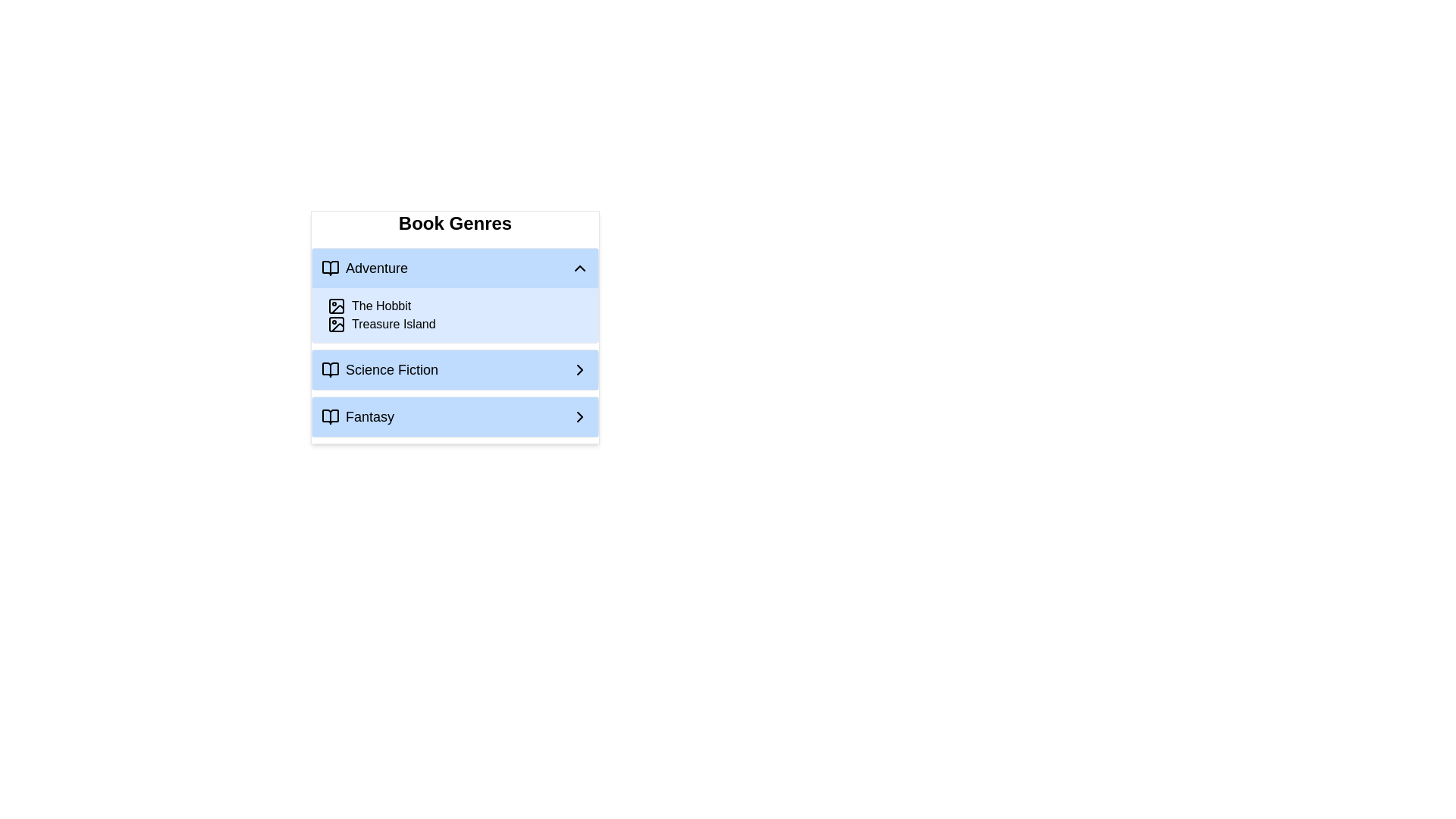  Describe the element at coordinates (579, 268) in the screenshot. I see `the downward-pointing chevron icon located to the right of the 'Adventure' text in the Book Genres section` at that location.